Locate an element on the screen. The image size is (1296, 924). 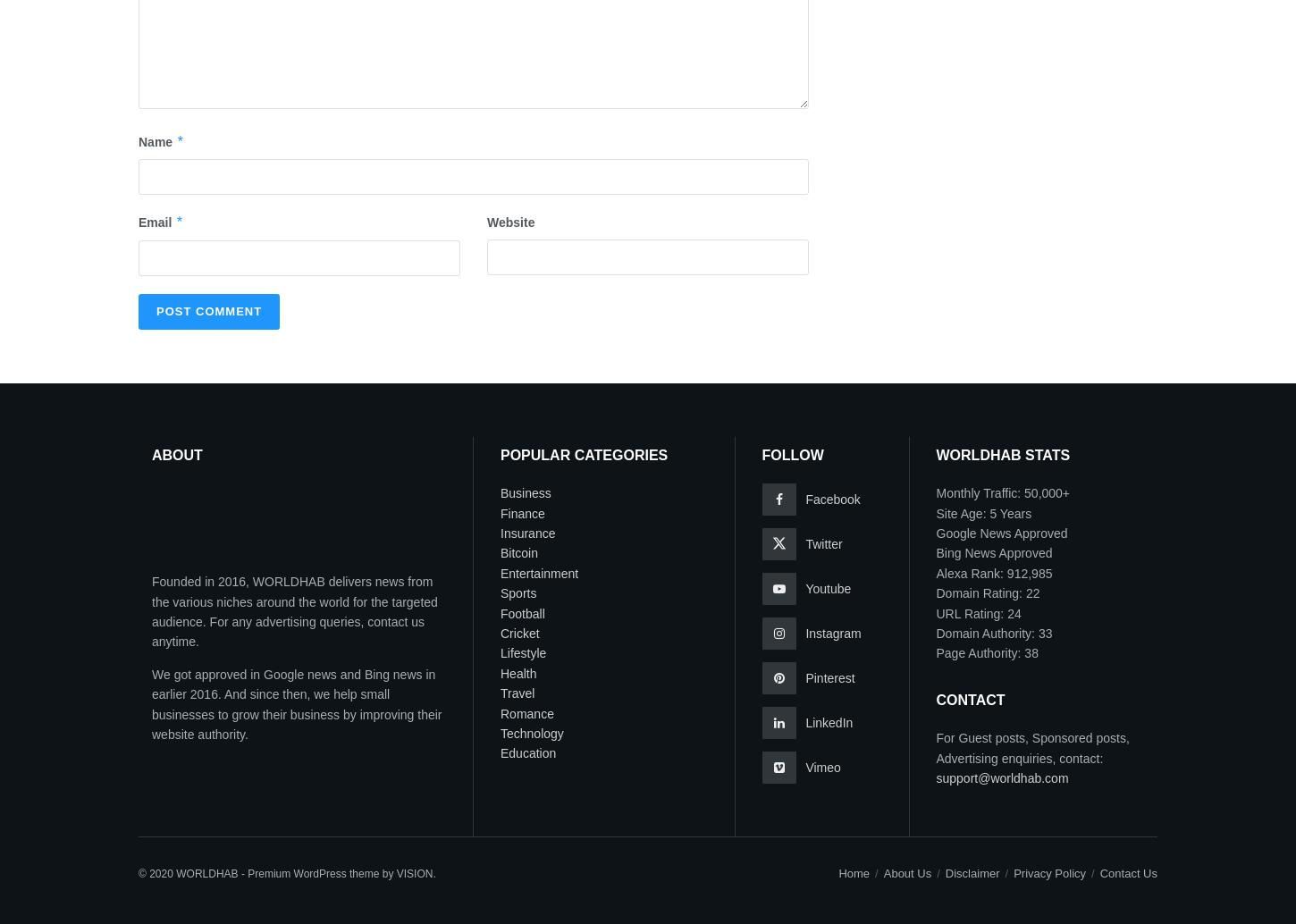
'Contact Us' is located at coordinates (1128, 872).